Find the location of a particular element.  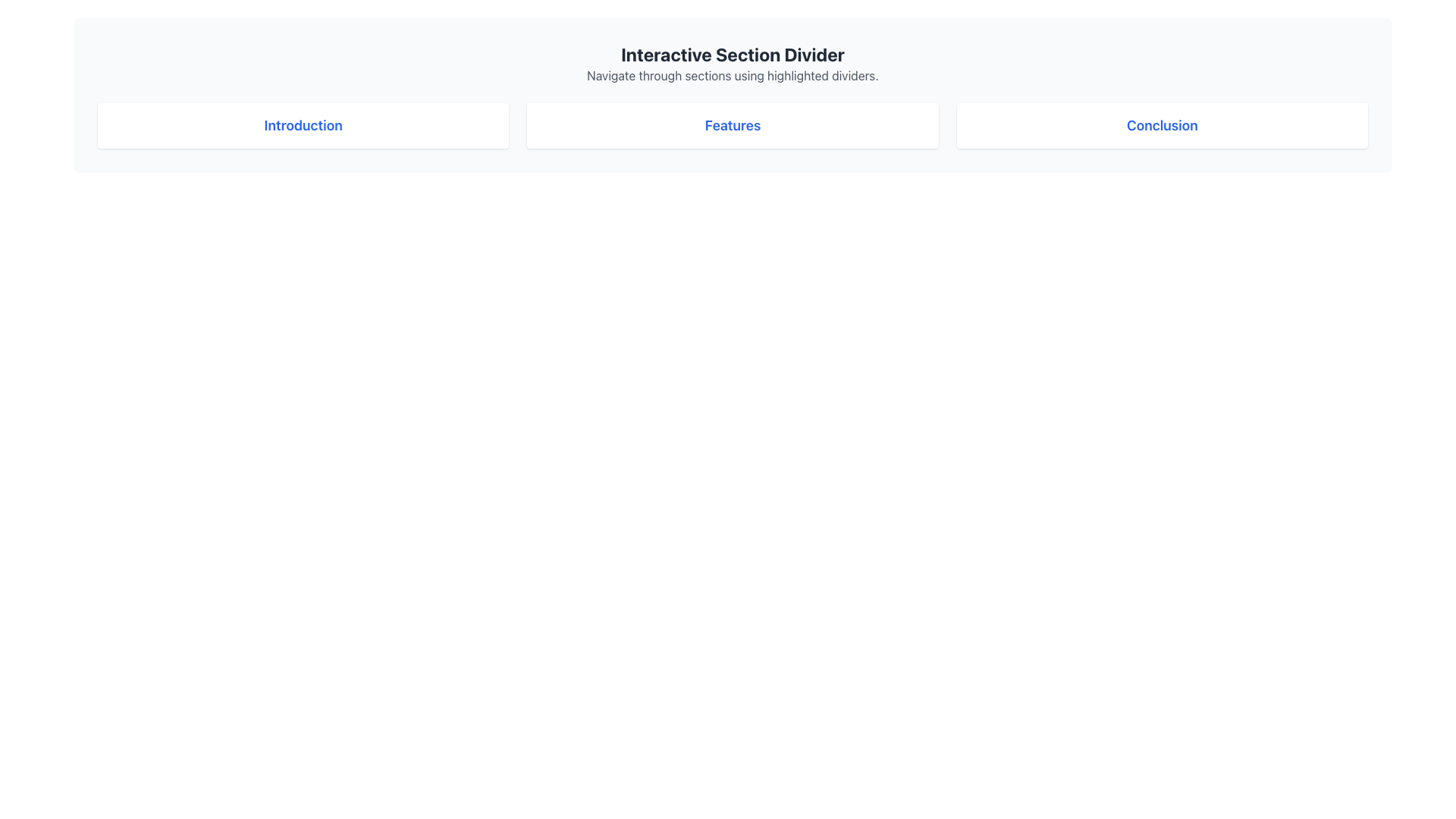

the text label displaying 'Interactive Section Divider', which is a large, bold, dark gray font centered at the top of the interface is located at coordinates (733, 54).